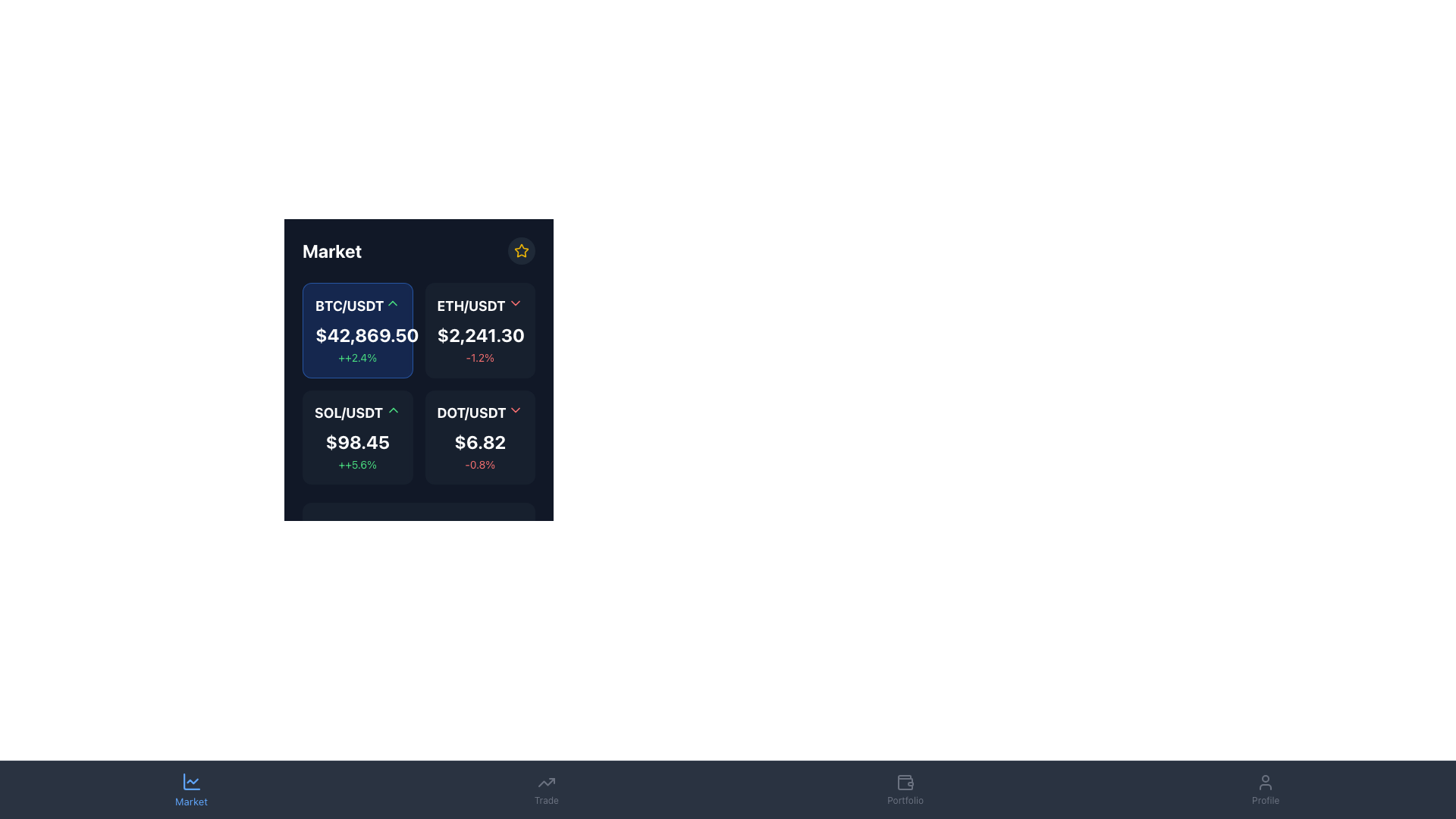 Image resolution: width=1456 pixels, height=819 pixels. What do you see at coordinates (479, 441) in the screenshot?
I see `text content of the price label for the 'DOT/USDT' pair, located beneath the pair label text and above the percentage change text` at bounding box center [479, 441].